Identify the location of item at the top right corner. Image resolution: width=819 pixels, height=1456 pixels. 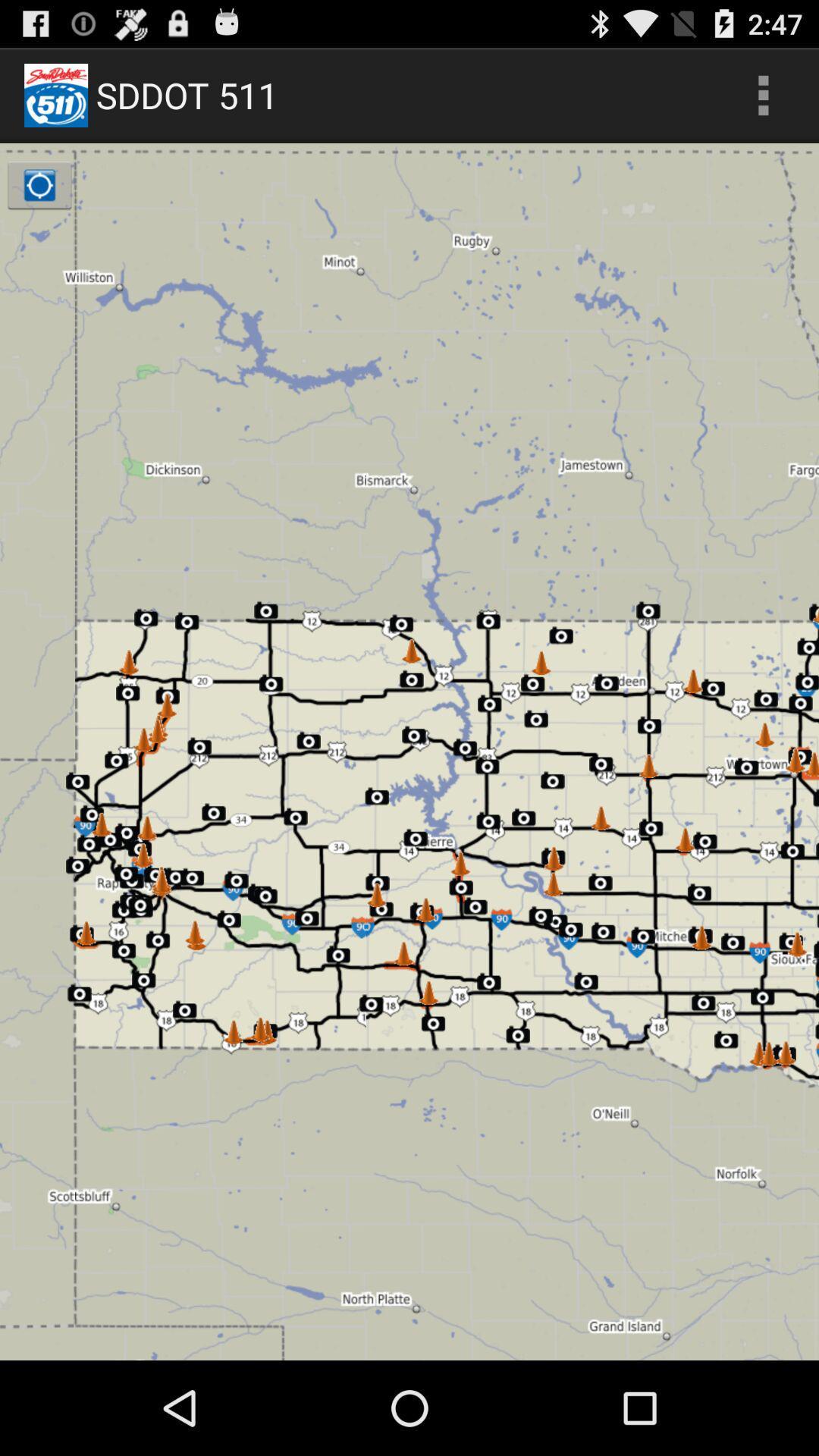
(763, 94).